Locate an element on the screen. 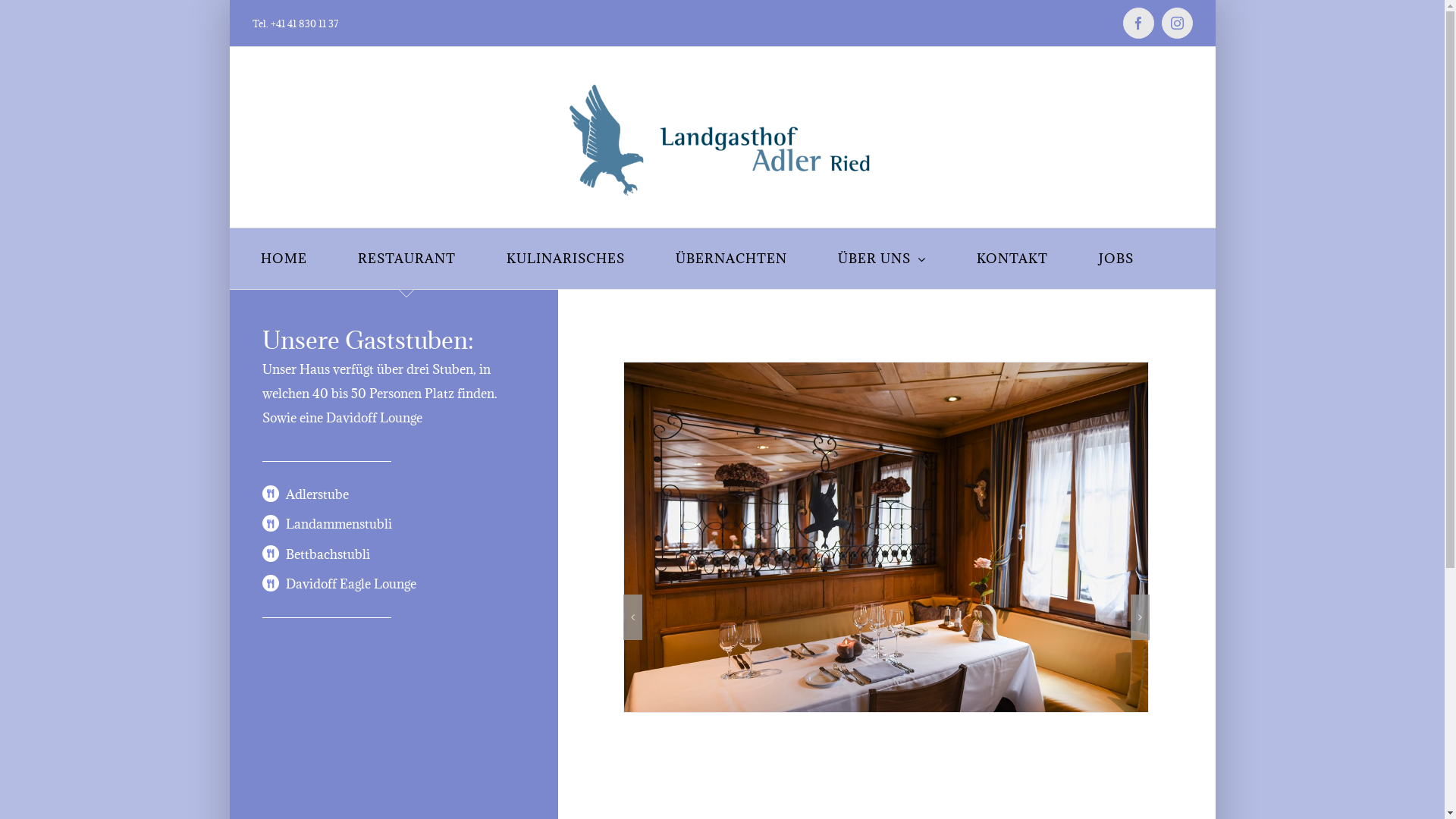 The height and width of the screenshot is (819, 1456). 'HOME' is located at coordinates (284, 257).